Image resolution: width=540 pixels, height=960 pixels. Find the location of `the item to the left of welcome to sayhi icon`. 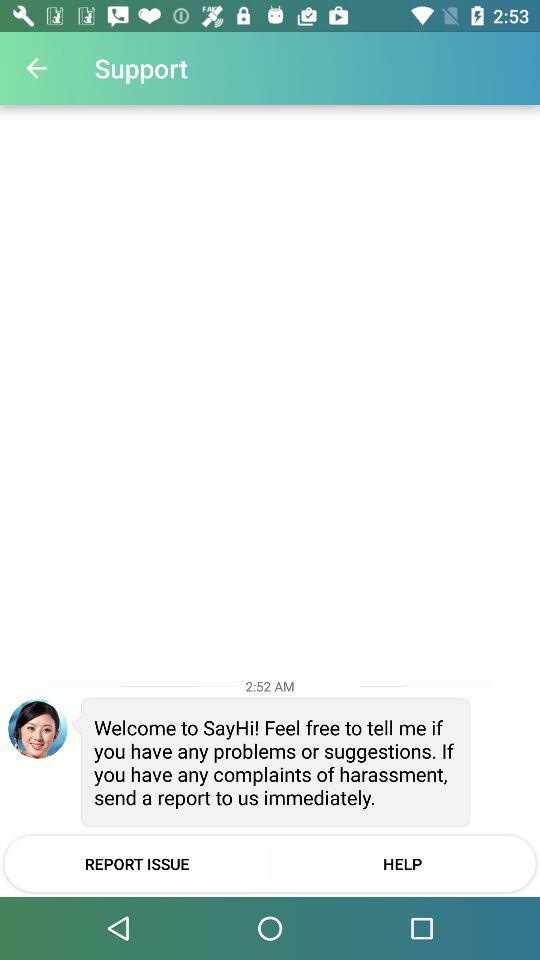

the item to the left of welcome to sayhi icon is located at coordinates (37, 728).